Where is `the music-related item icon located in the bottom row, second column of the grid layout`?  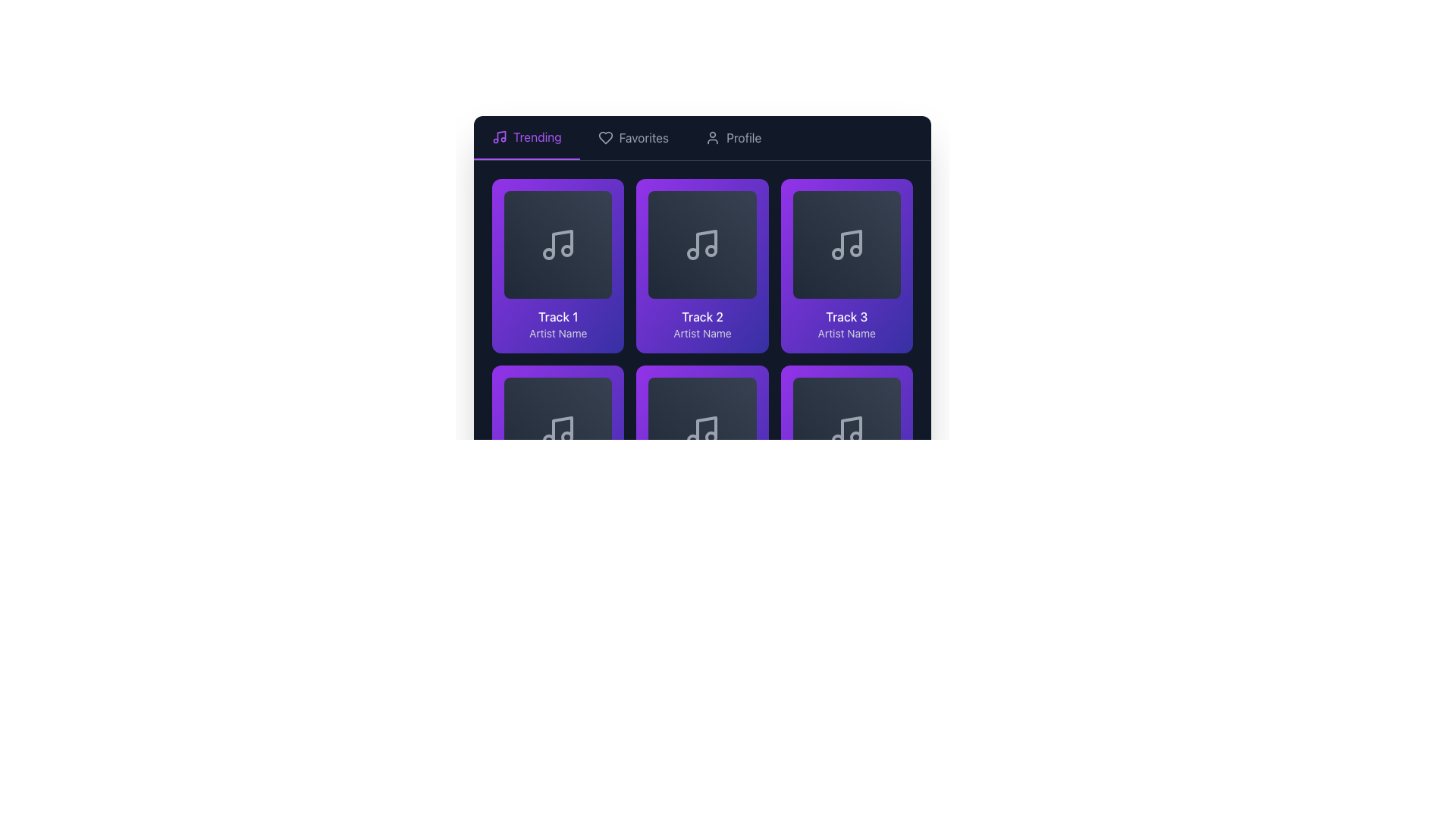
the music-related item icon located in the bottom row, second column of the grid layout is located at coordinates (701, 431).